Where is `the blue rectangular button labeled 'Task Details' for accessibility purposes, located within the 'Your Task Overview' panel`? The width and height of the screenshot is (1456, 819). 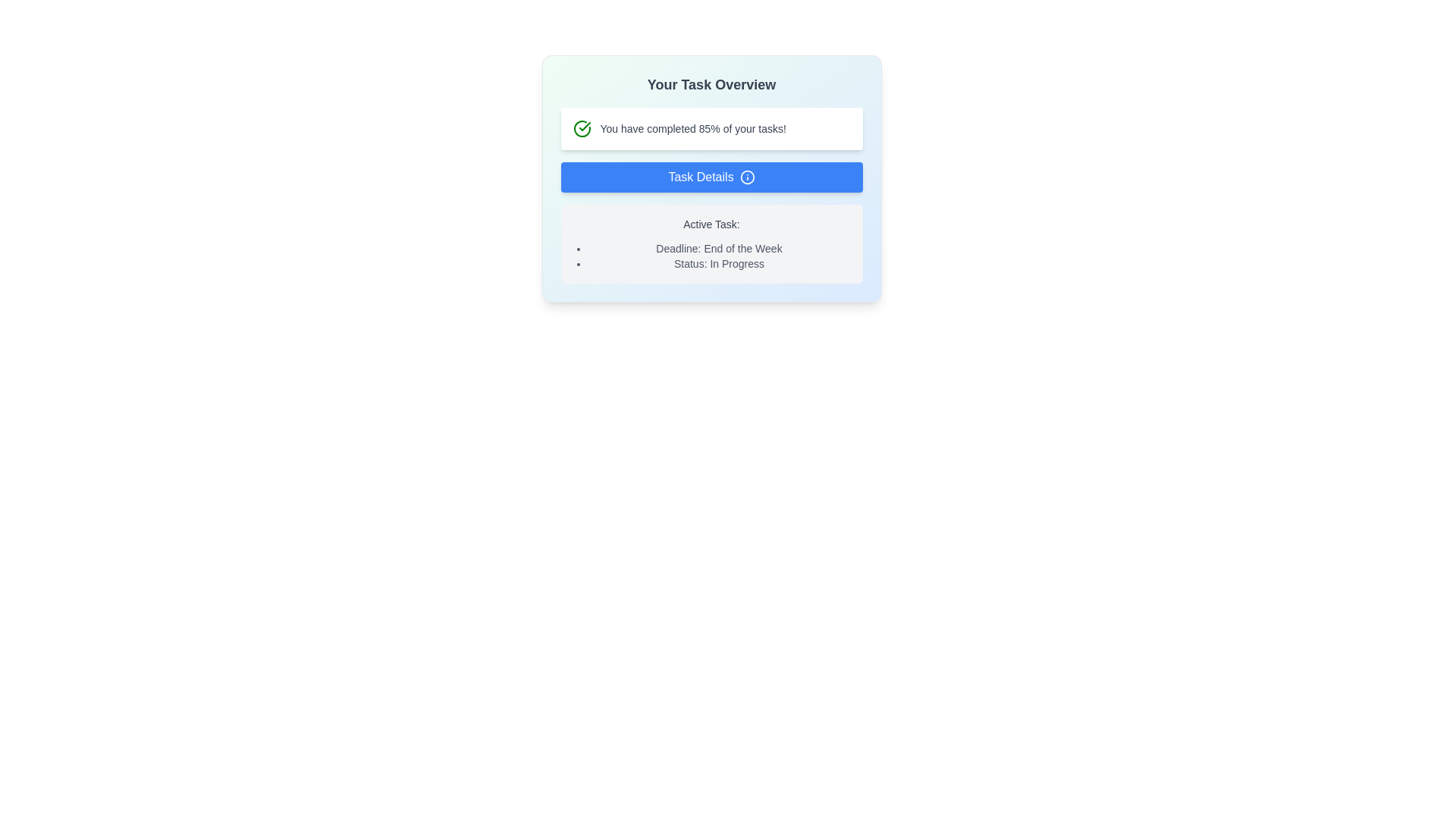
the blue rectangular button labeled 'Task Details' for accessibility purposes, located within the 'Your Task Overview' panel is located at coordinates (711, 177).